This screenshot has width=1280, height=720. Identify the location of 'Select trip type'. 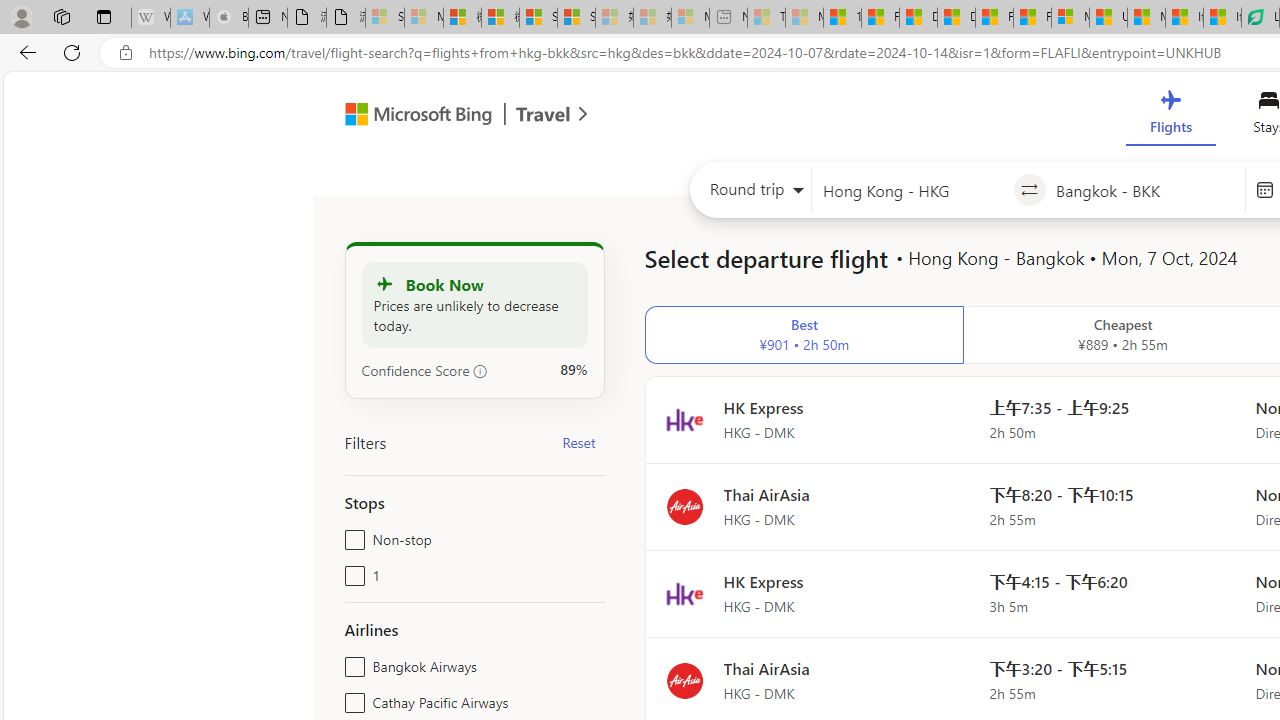
(750, 194).